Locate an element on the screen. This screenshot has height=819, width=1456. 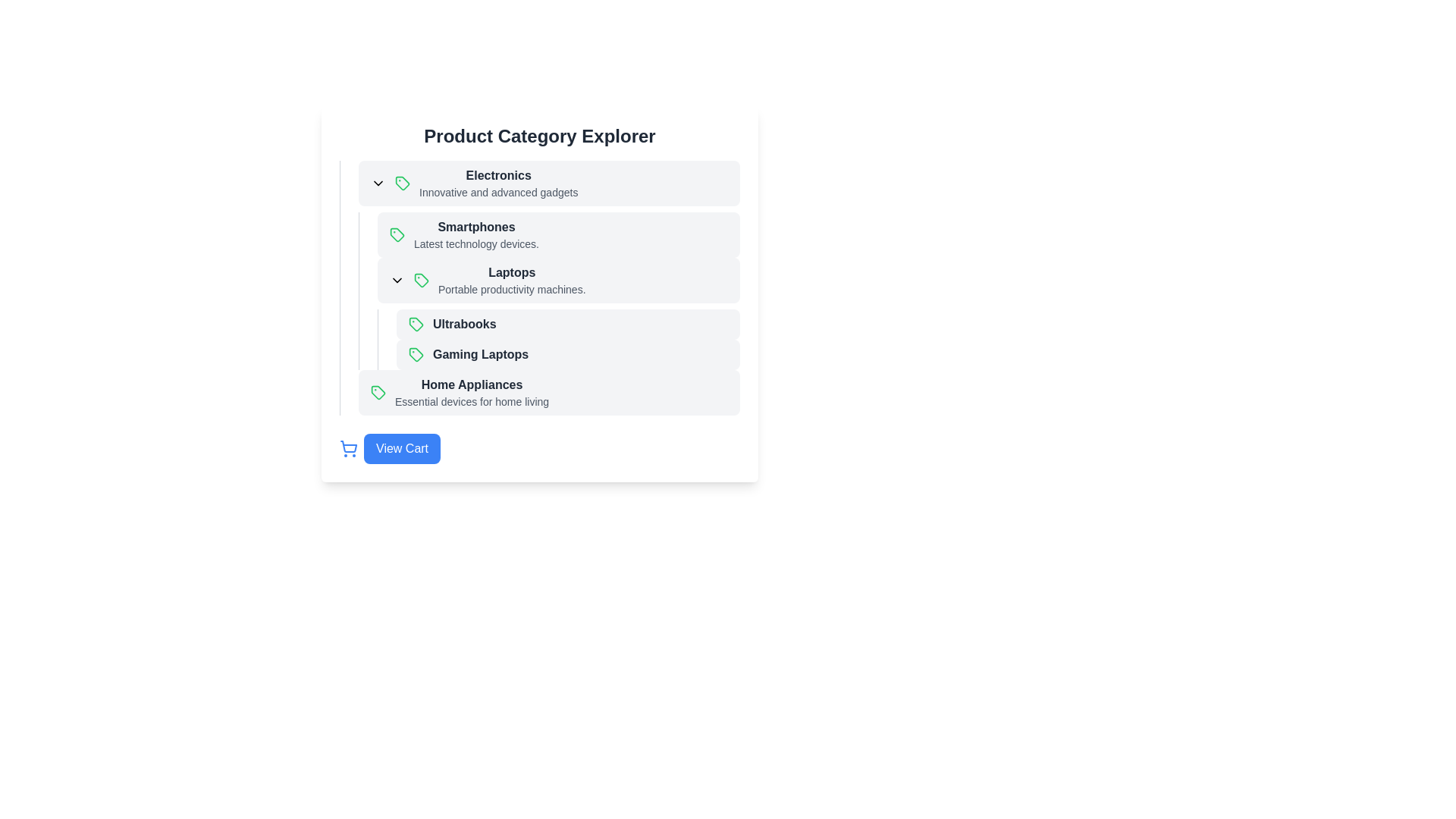
the icon representing the 'Smartphones' section in the 'Product Category Explorer' panel, which is located at the extreme left before the textual content is located at coordinates (397, 234).